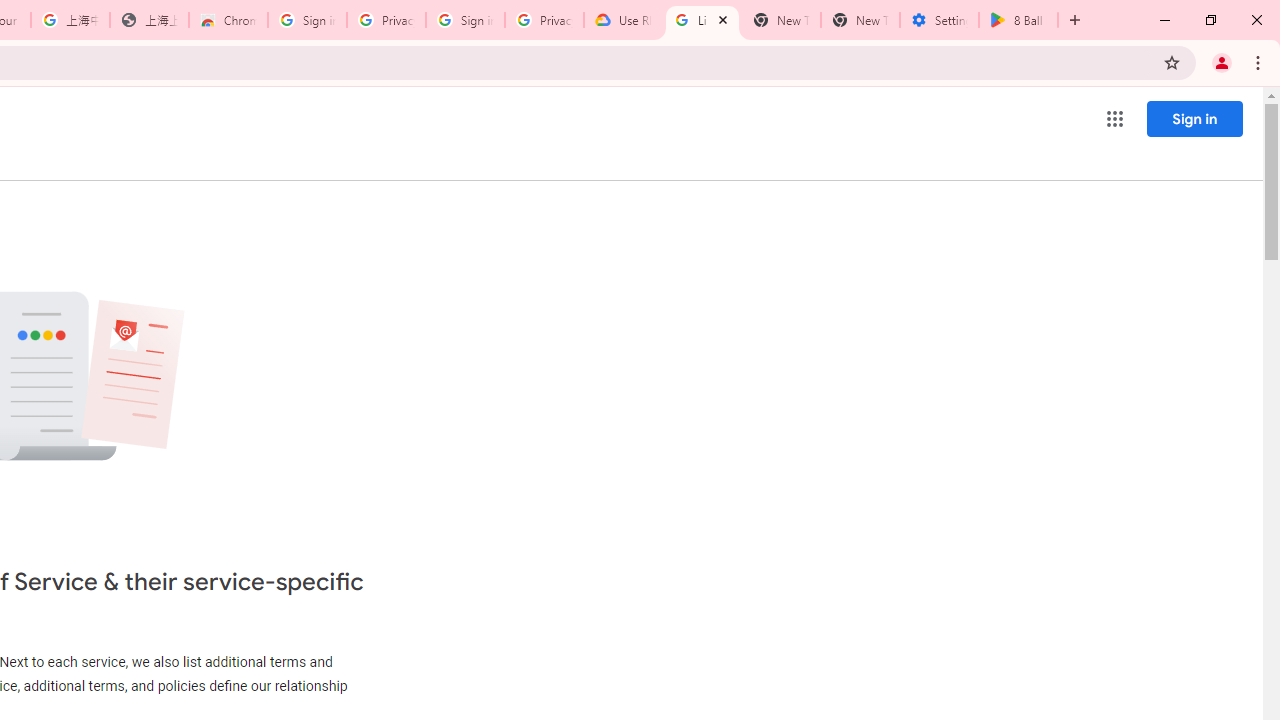  What do you see at coordinates (860, 20) in the screenshot?
I see `'New Tab'` at bounding box center [860, 20].